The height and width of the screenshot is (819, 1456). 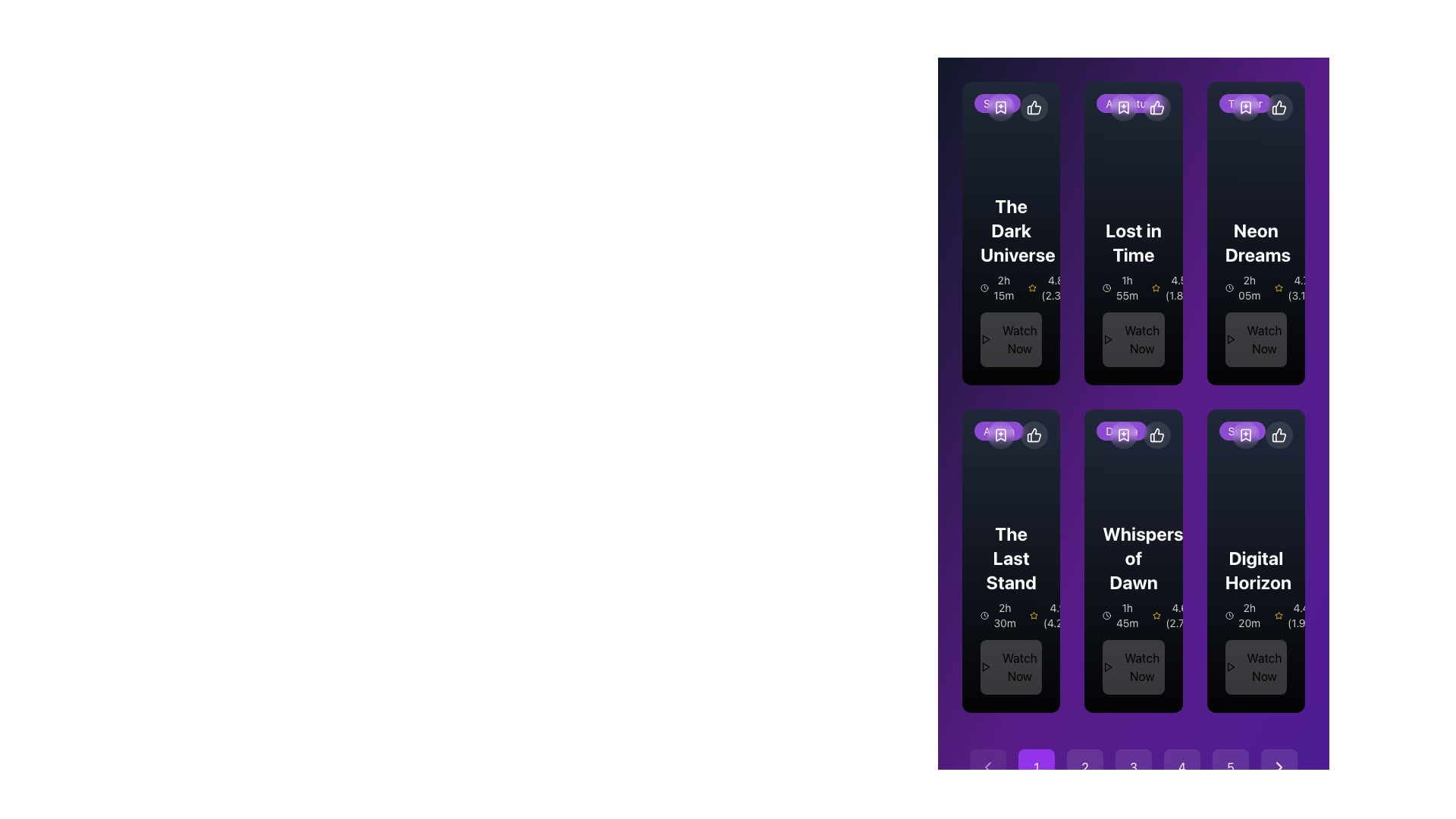 I want to click on the thumbs-up icon button located in the top-right corner of the card layout to like, so click(x=1278, y=435).